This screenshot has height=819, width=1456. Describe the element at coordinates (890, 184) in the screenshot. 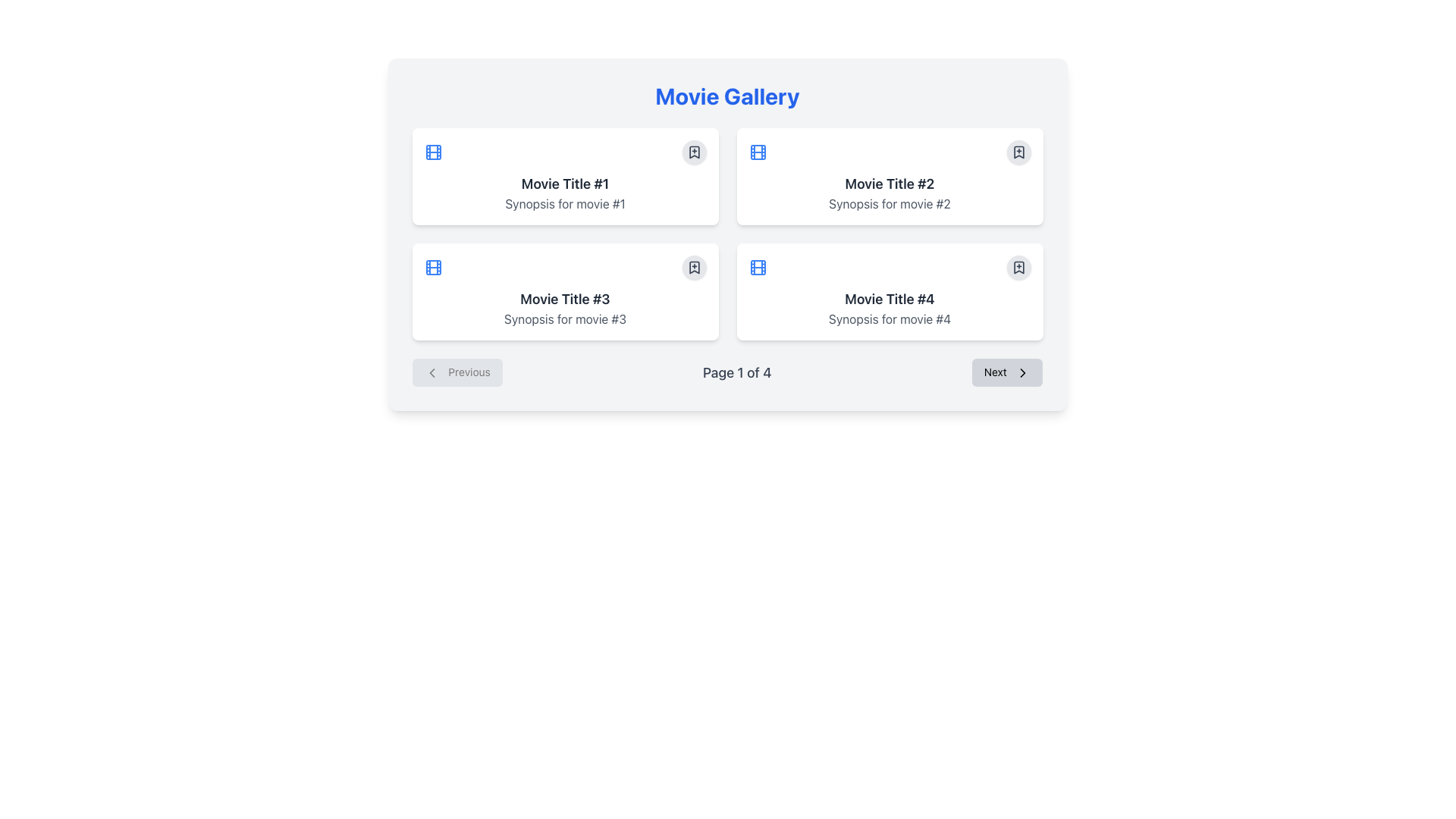

I see `the Static Text element displaying 'Movie Title #2', which is located at the top-center of a card in the second column of the first row of a grid layout` at that location.